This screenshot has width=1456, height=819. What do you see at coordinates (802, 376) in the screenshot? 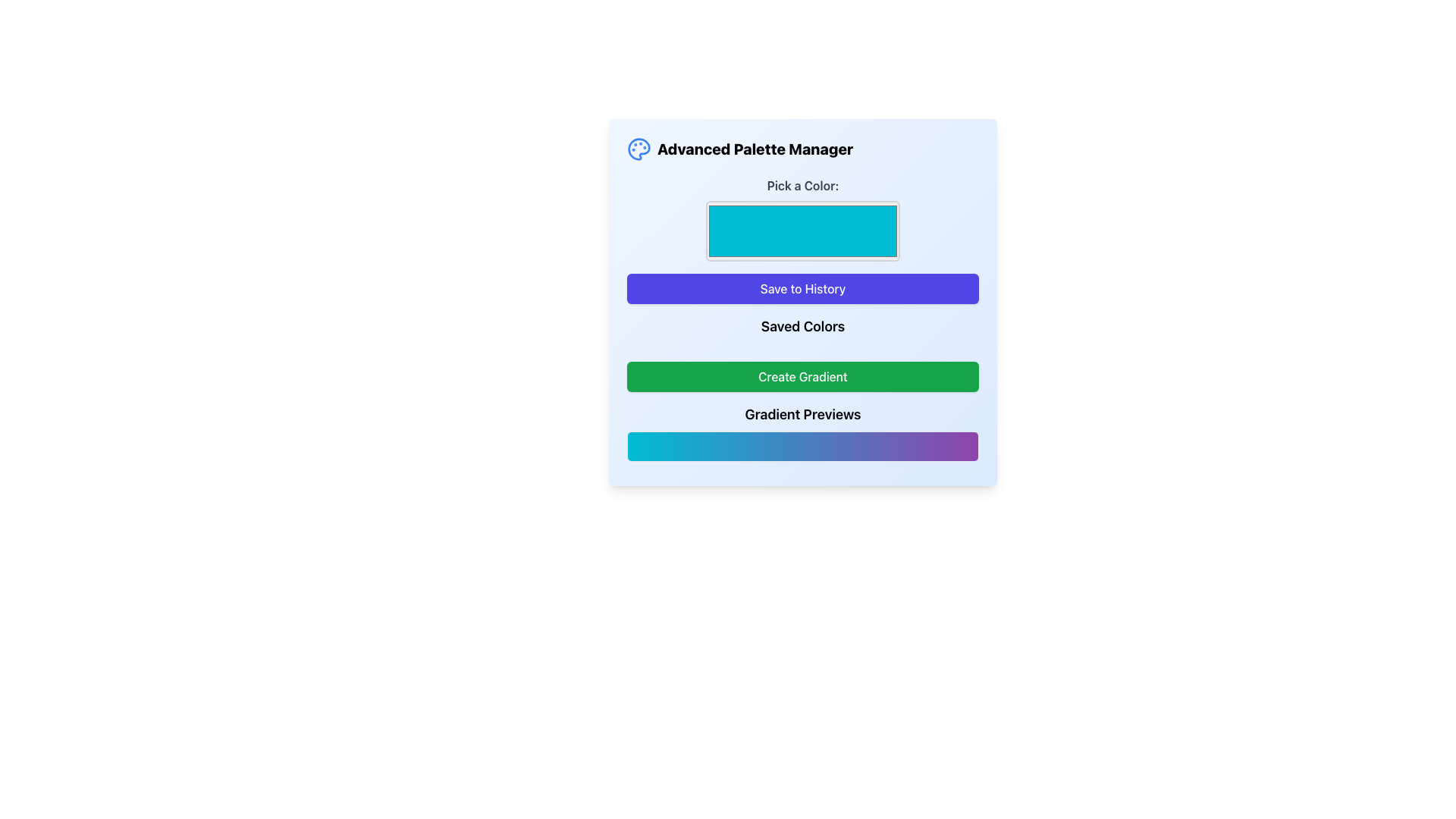
I see `the rectangular button with a green background and white text label 'Create Gradient'` at bounding box center [802, 376].